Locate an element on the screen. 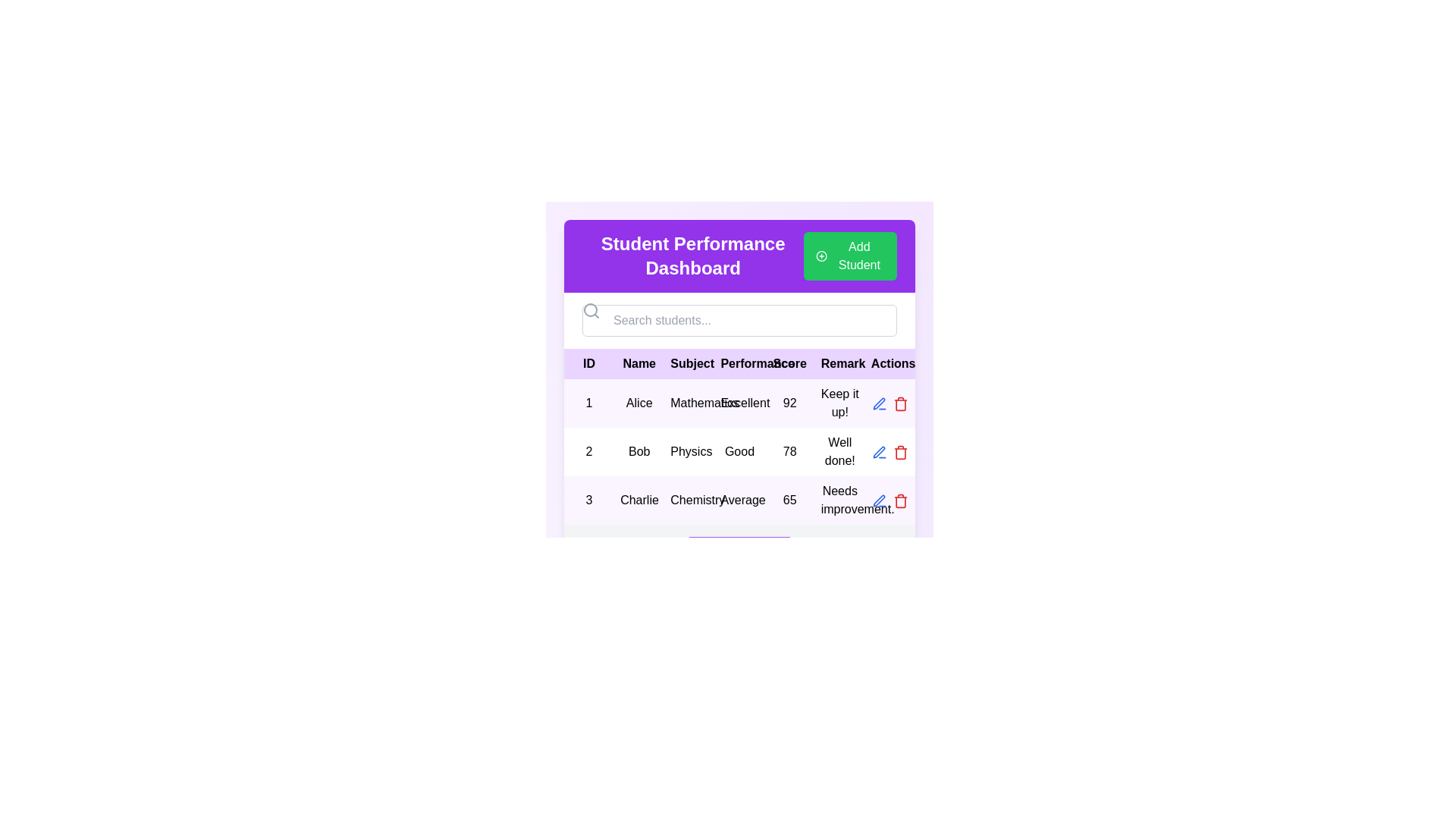  the search input box styled with a light-gray border and rounded corners is located at coordinates (739, 320).